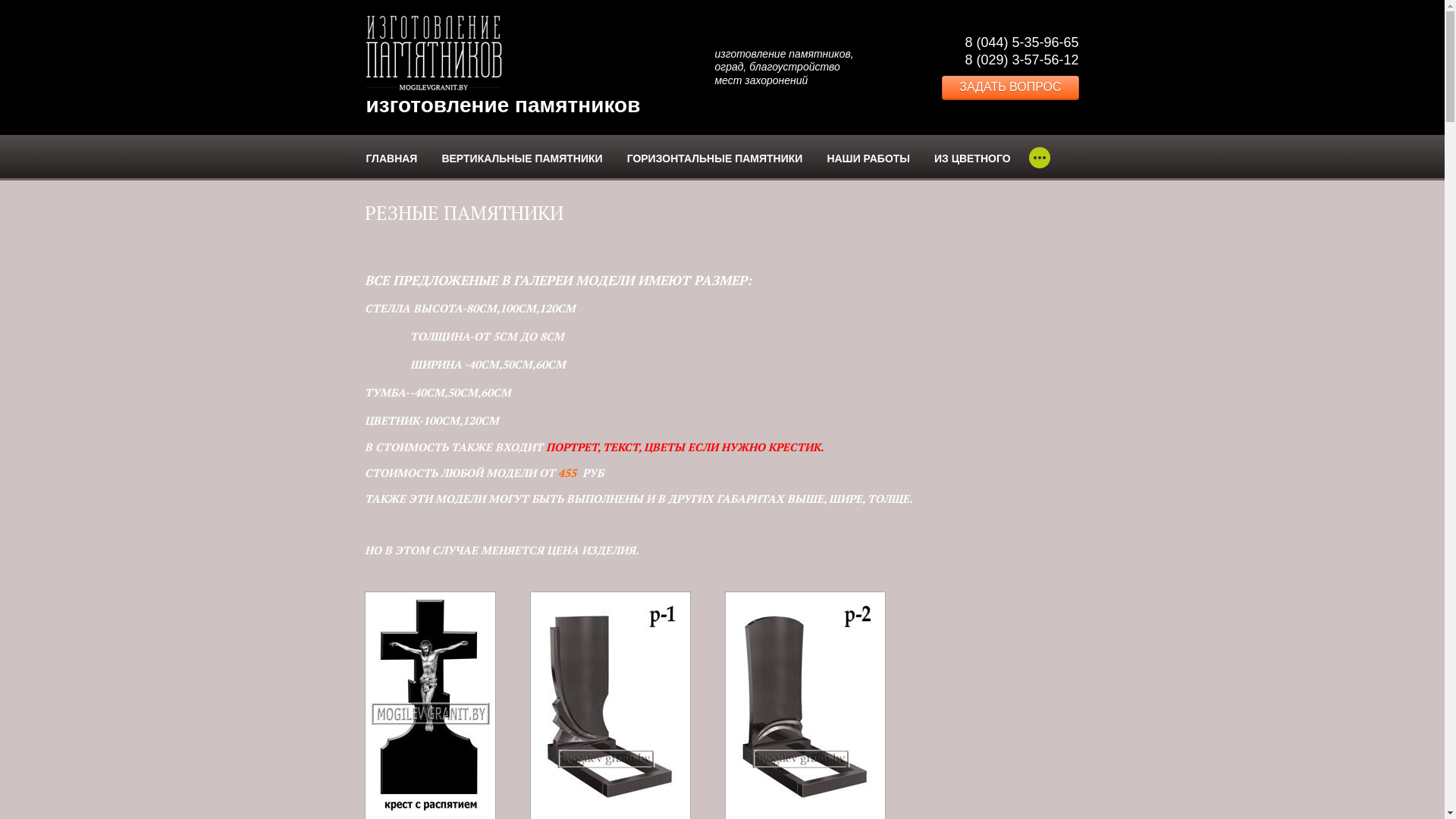 Image resolution: width=1456 pixels, height=819 pixels. I want to click on '8 (029) 3-57-56-12', so click(1021, 58).